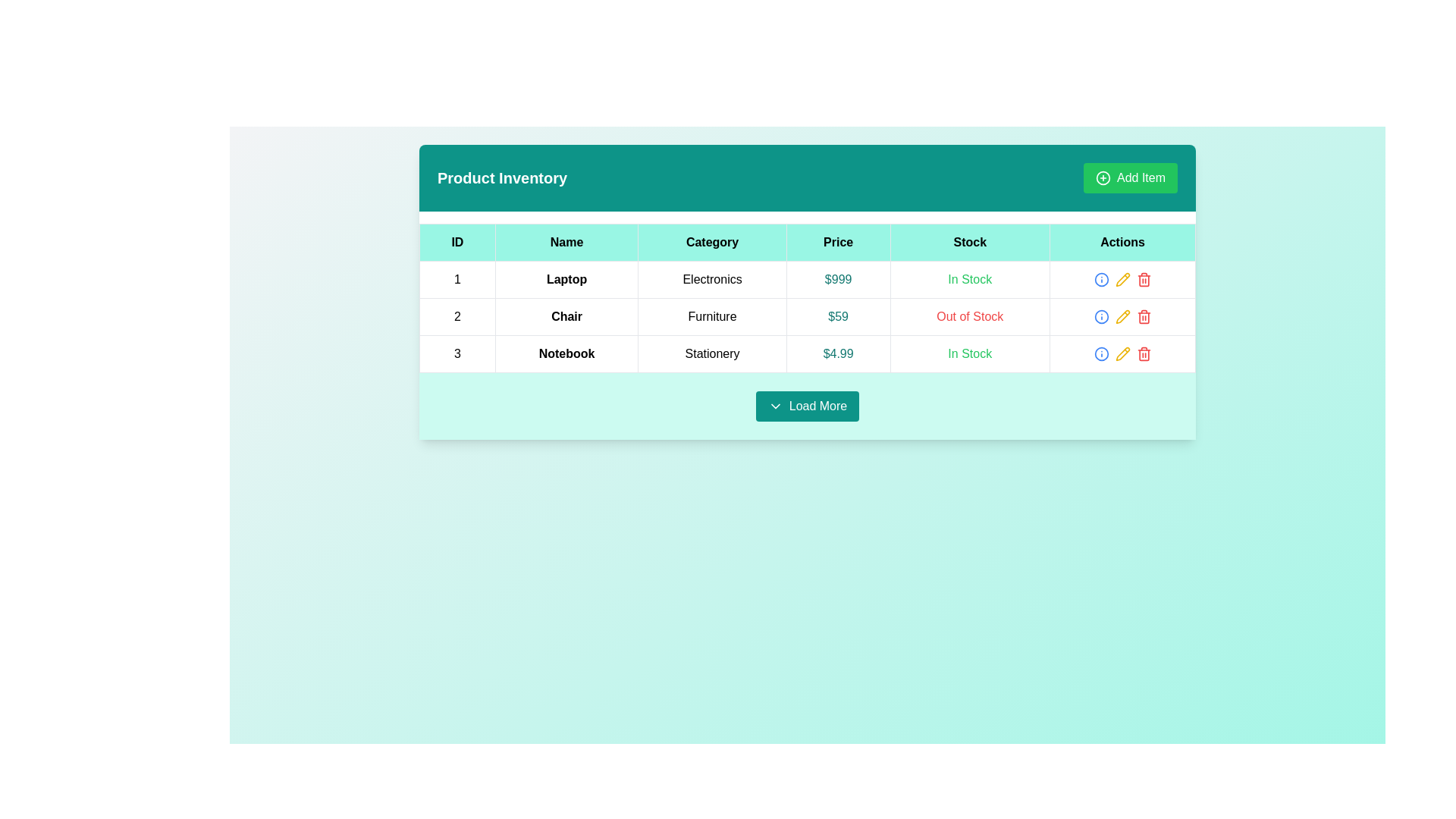 Image resolution: width=1456 pixels, height=819 pixels. What do you see at coordinates (711, 280) in the screenshot?
I see `text from the 'Category' label indicating the category of the item 'Laptop', which is positioned between the 'Laptop' name and the '$999' price` at bounding box center [711, 280].